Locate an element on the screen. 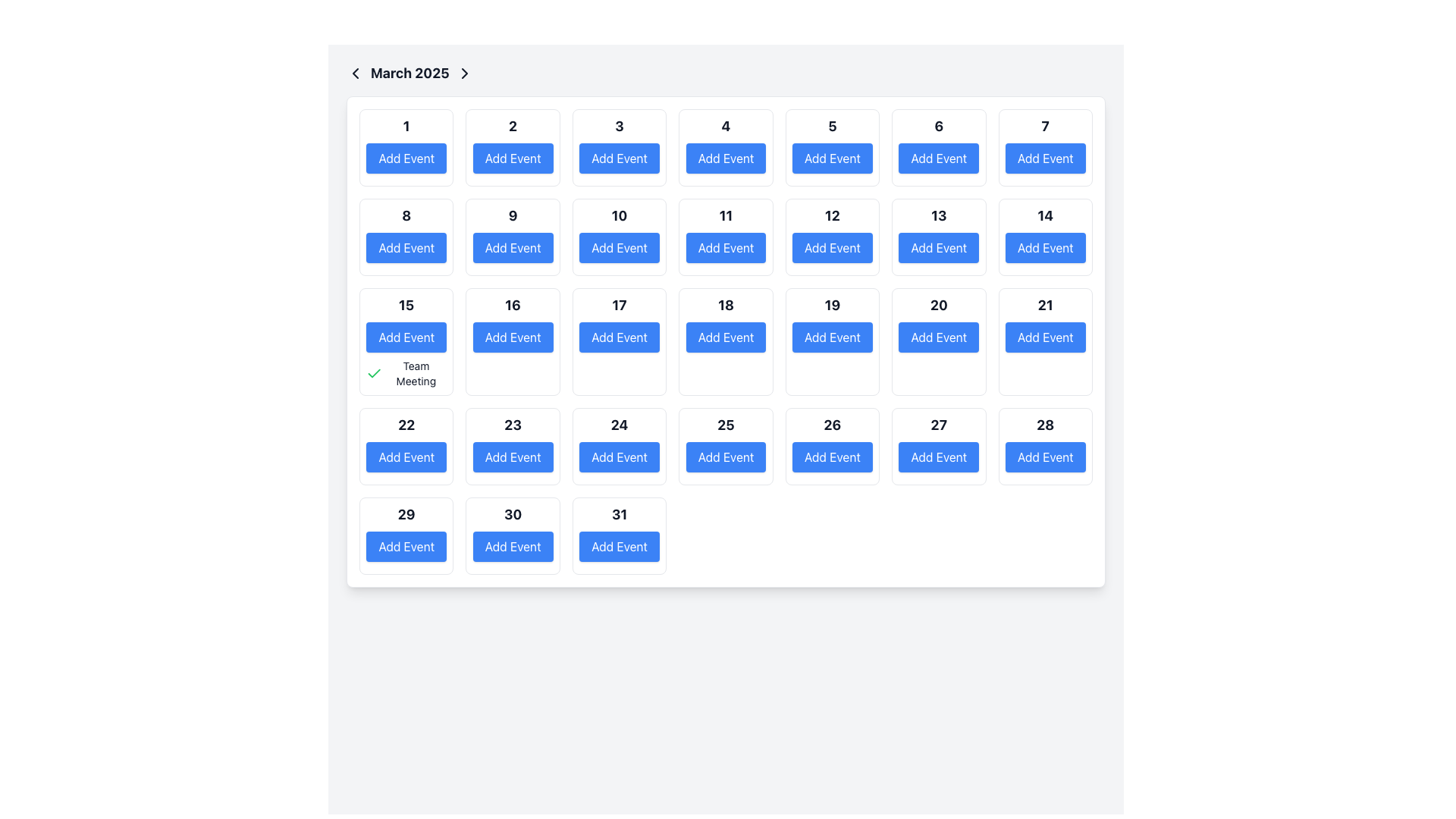 The height and width of the screenshot is (819, 1456). green checkmark icon located next to the 'Team Meeting' item on the calendar for March 15, 2025, to view additional details is located at coordinates (374, 373).